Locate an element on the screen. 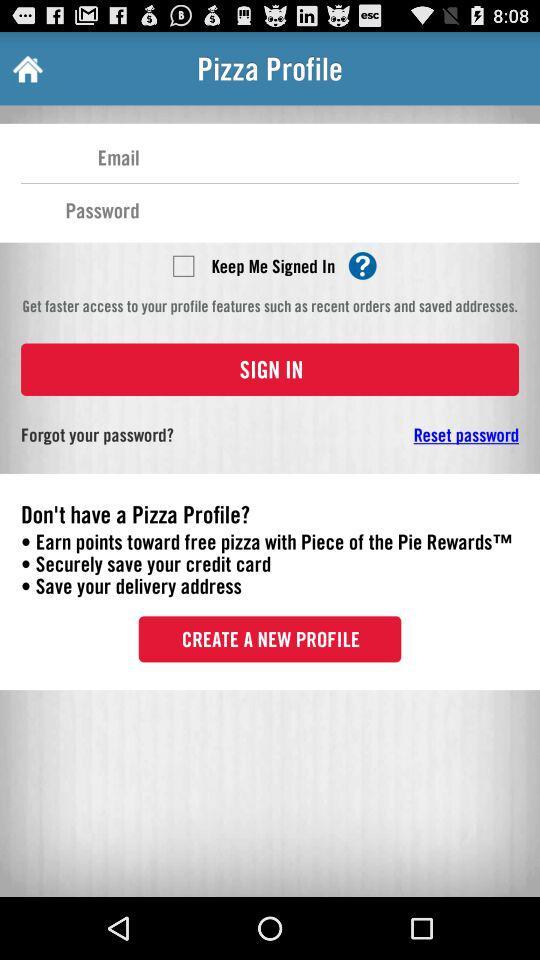  item to the left of pizza profile item is located at coordinates (25, 68).